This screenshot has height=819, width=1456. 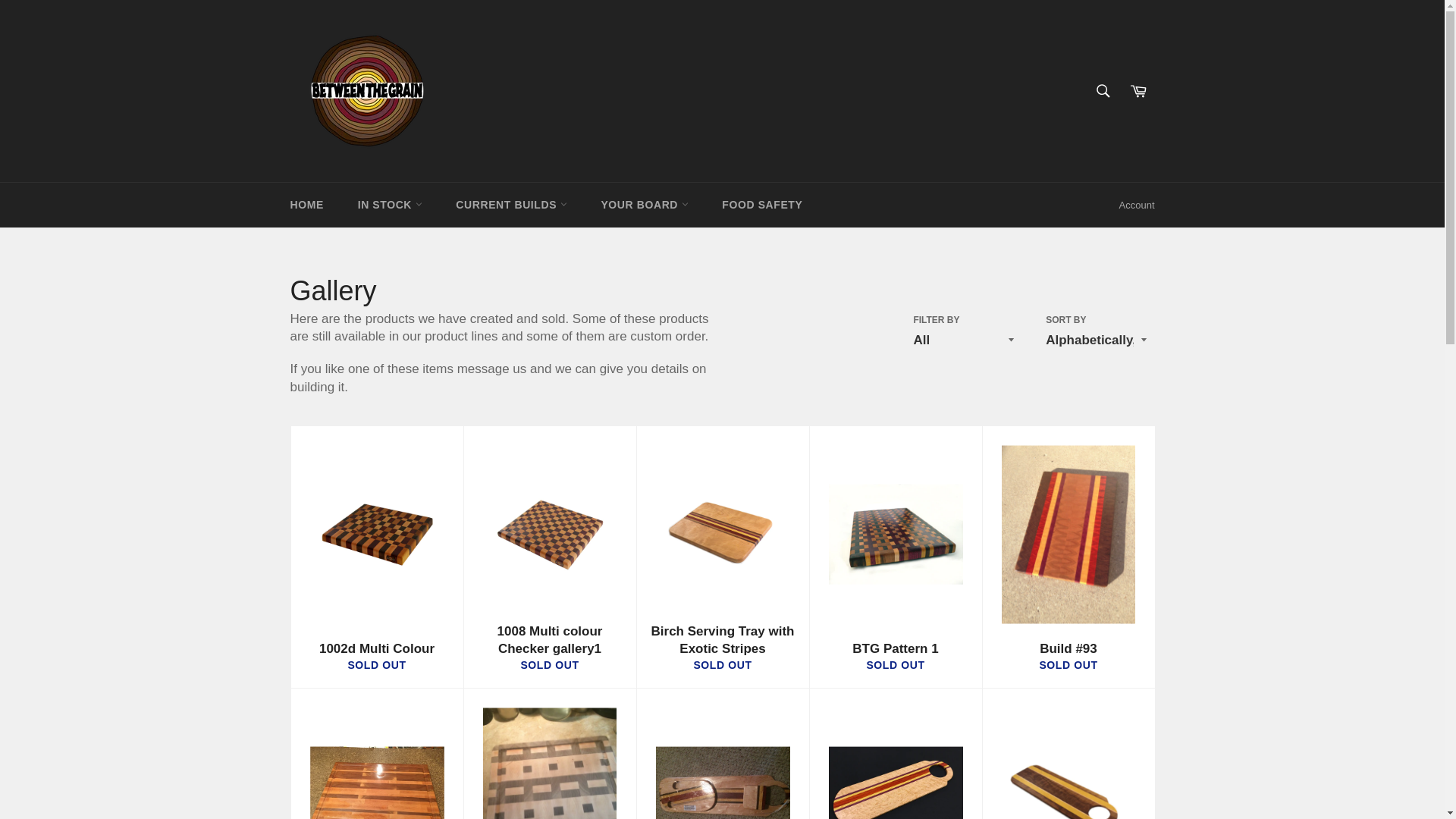 I want to click on 'CURRENT BUILDS', so click(x=510, y=205).